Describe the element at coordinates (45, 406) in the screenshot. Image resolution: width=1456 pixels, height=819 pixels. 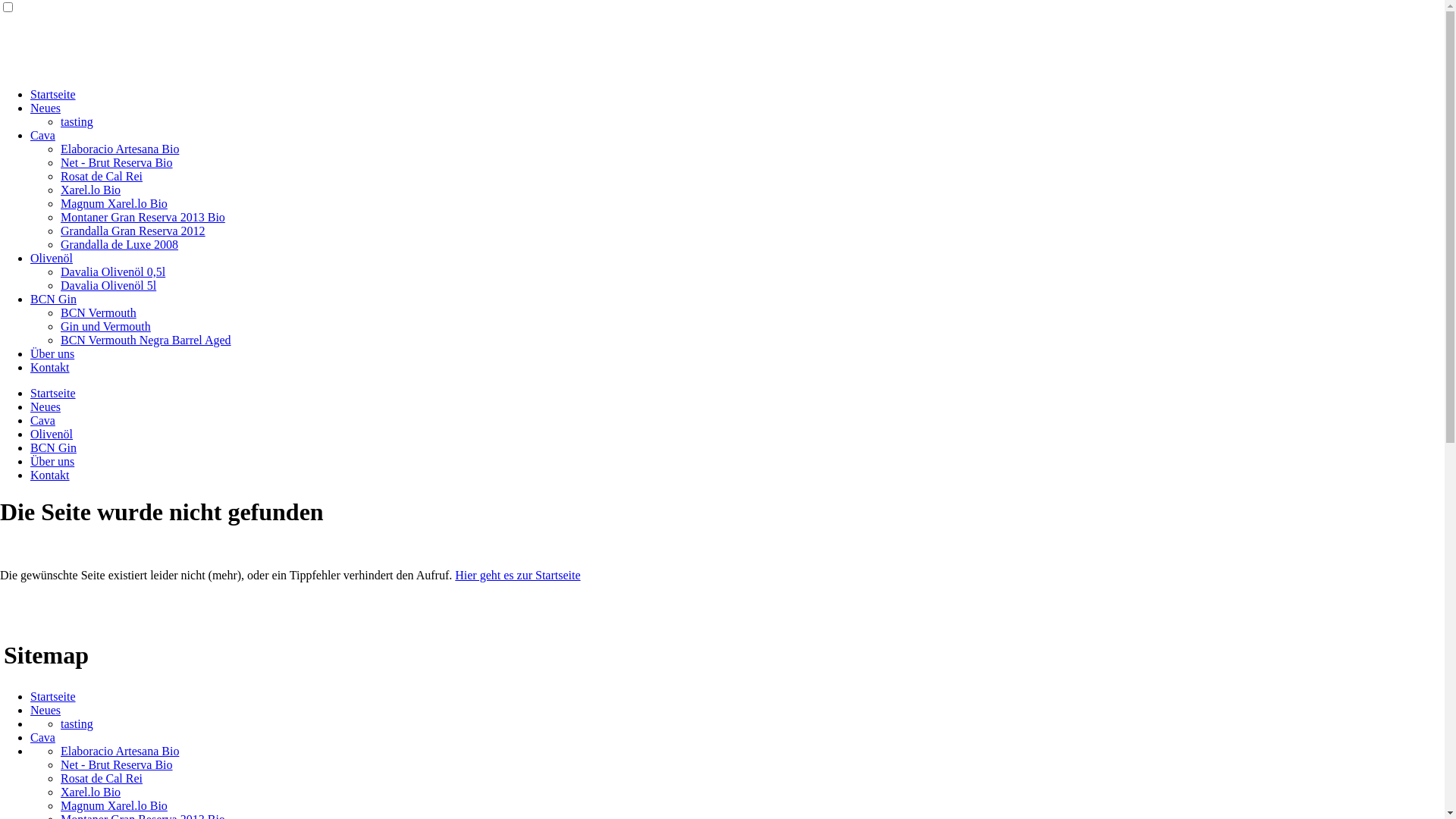
I see `'Neues'` at that location.